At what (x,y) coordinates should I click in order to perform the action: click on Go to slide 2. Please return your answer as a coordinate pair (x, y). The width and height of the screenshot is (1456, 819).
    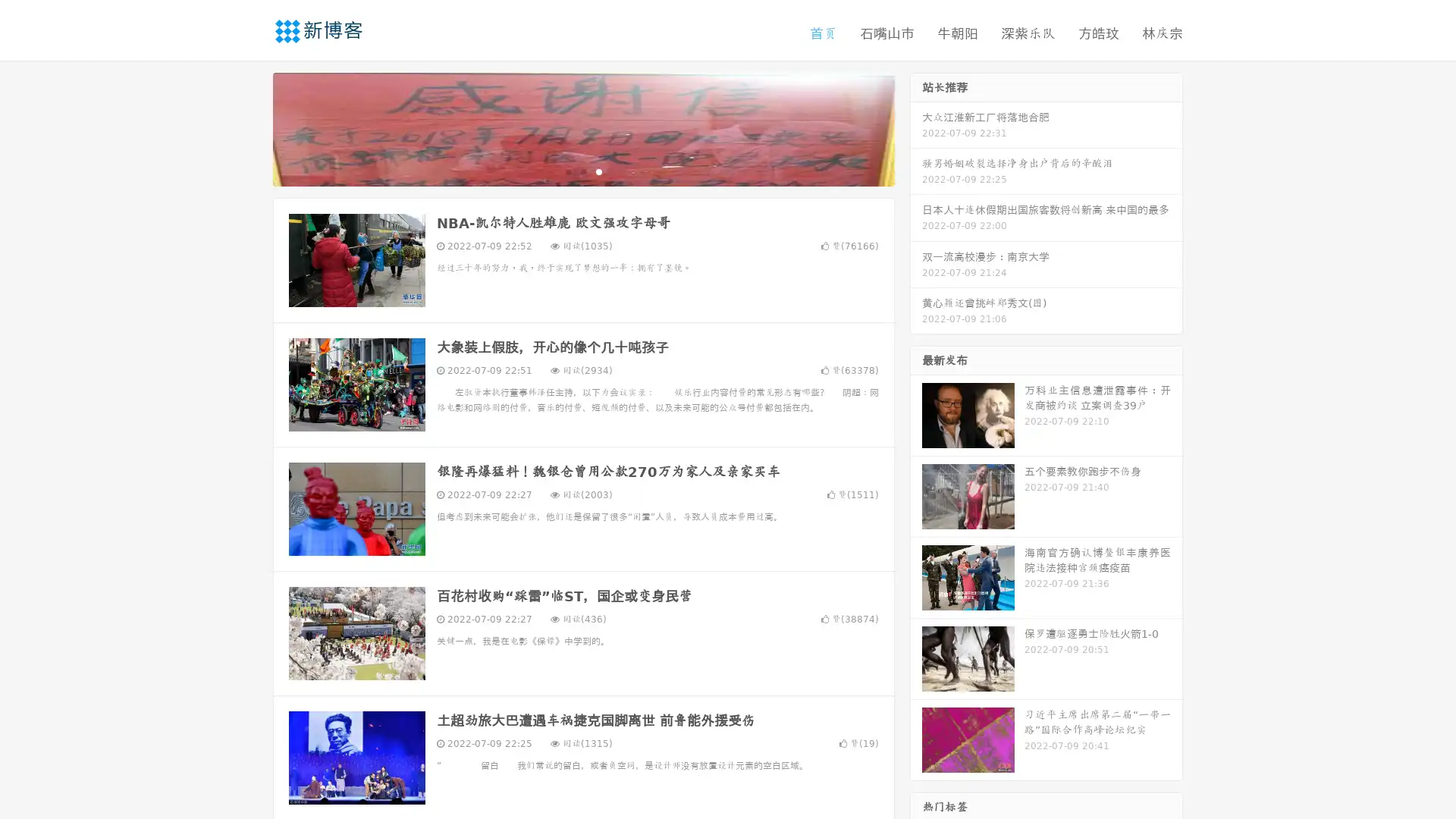
    Looking at the image, I should click on (582, 171).